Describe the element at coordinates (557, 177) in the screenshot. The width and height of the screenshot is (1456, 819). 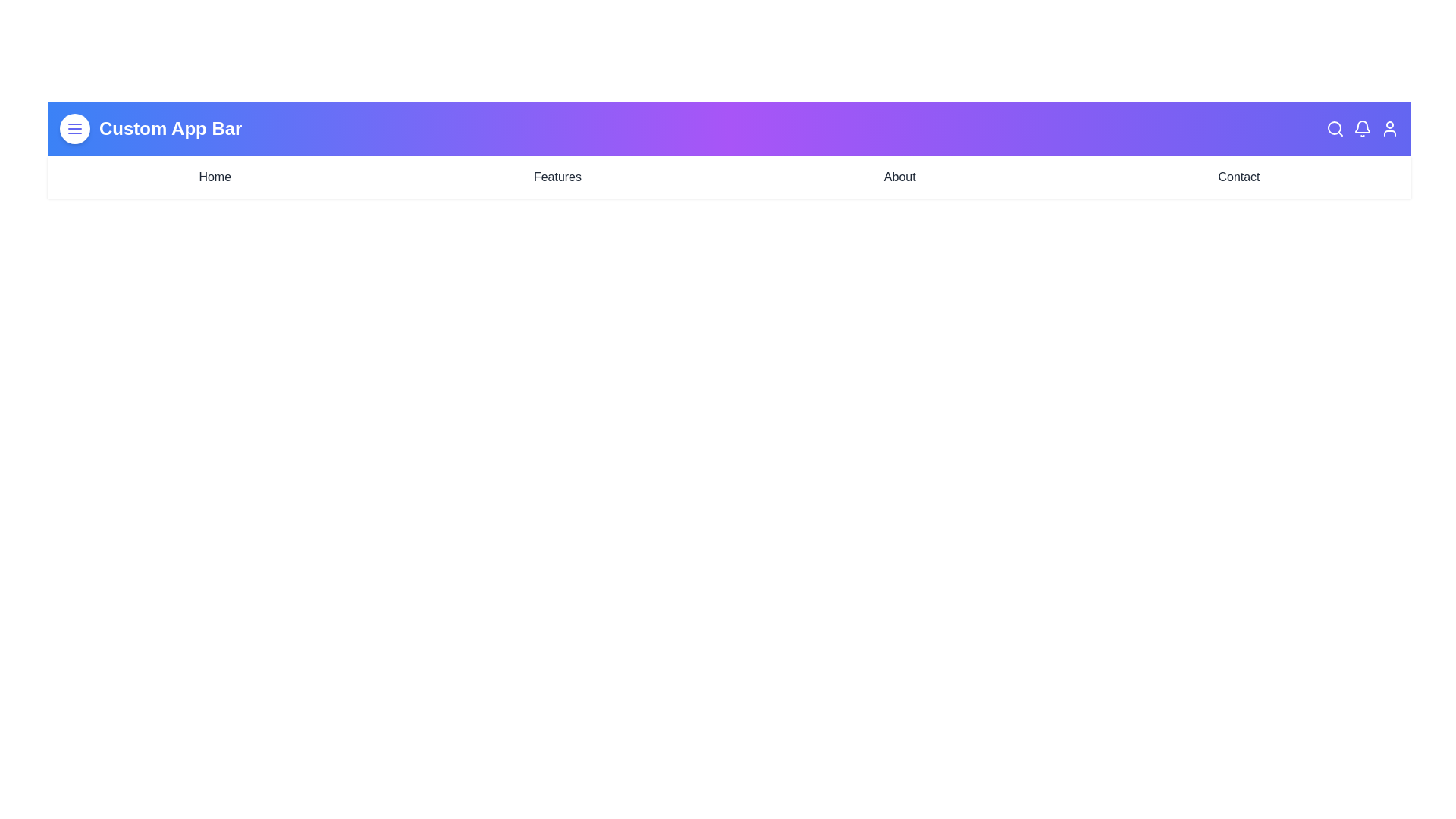
I see `the navigation link labeled Features` at that location.